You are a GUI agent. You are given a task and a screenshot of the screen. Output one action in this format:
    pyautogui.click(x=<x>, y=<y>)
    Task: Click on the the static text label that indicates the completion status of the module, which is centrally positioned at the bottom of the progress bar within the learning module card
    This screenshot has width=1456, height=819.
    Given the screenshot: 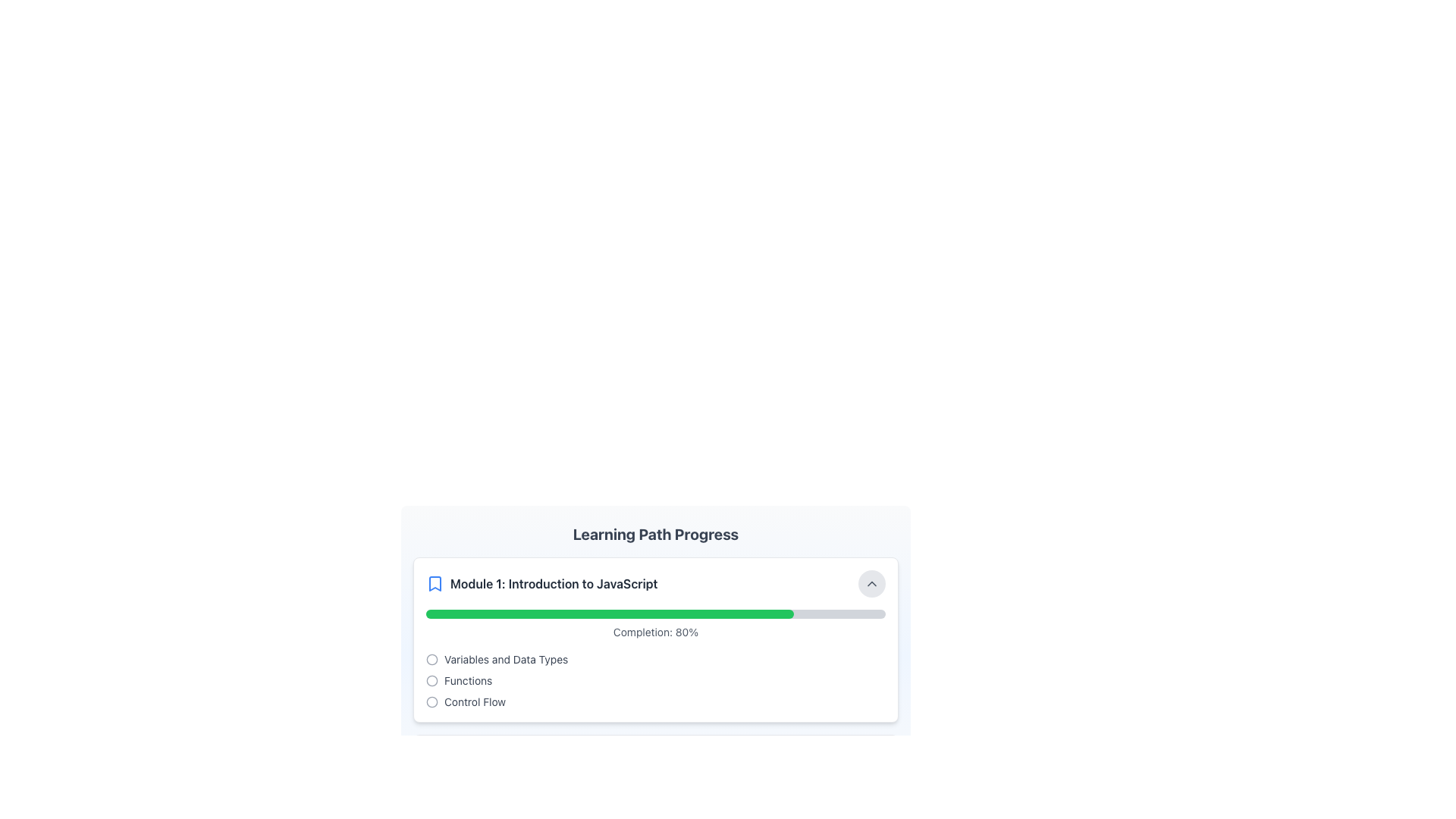 What is the action you would take?
    pyautogui.click(x=655, y=632)
    